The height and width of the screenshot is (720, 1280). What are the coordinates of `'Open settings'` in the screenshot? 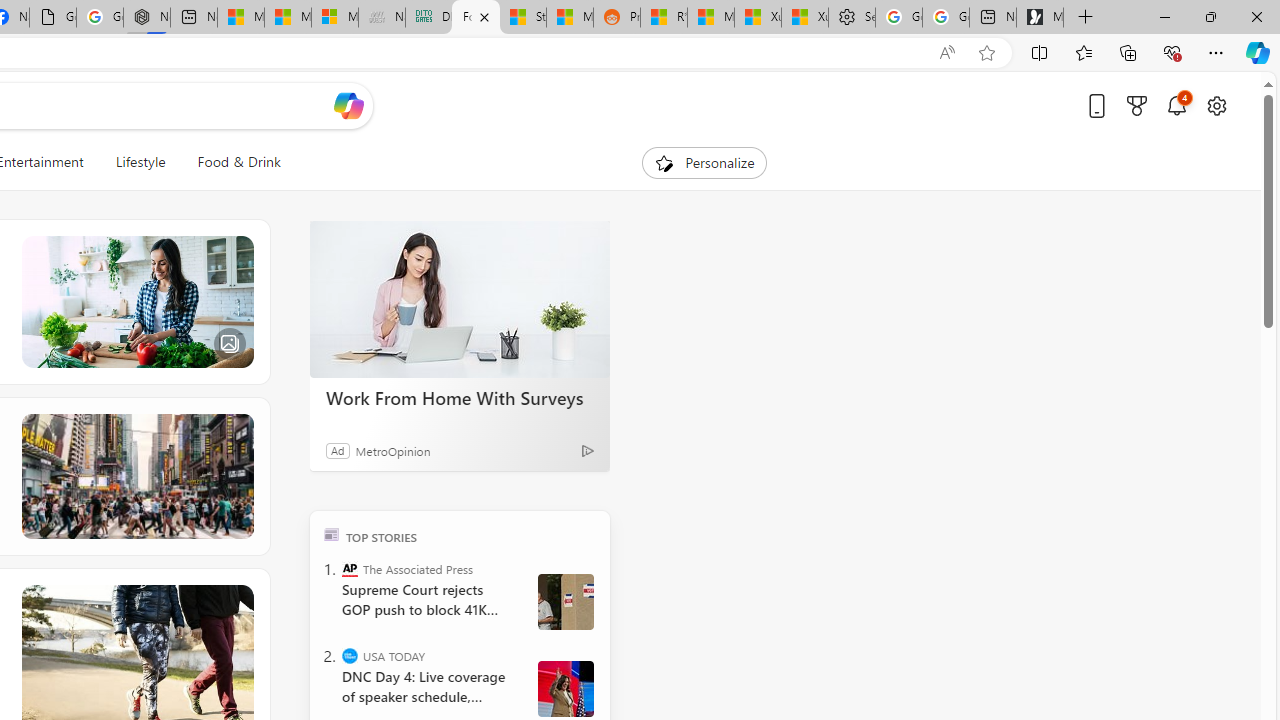 It's located at (1215, 105).